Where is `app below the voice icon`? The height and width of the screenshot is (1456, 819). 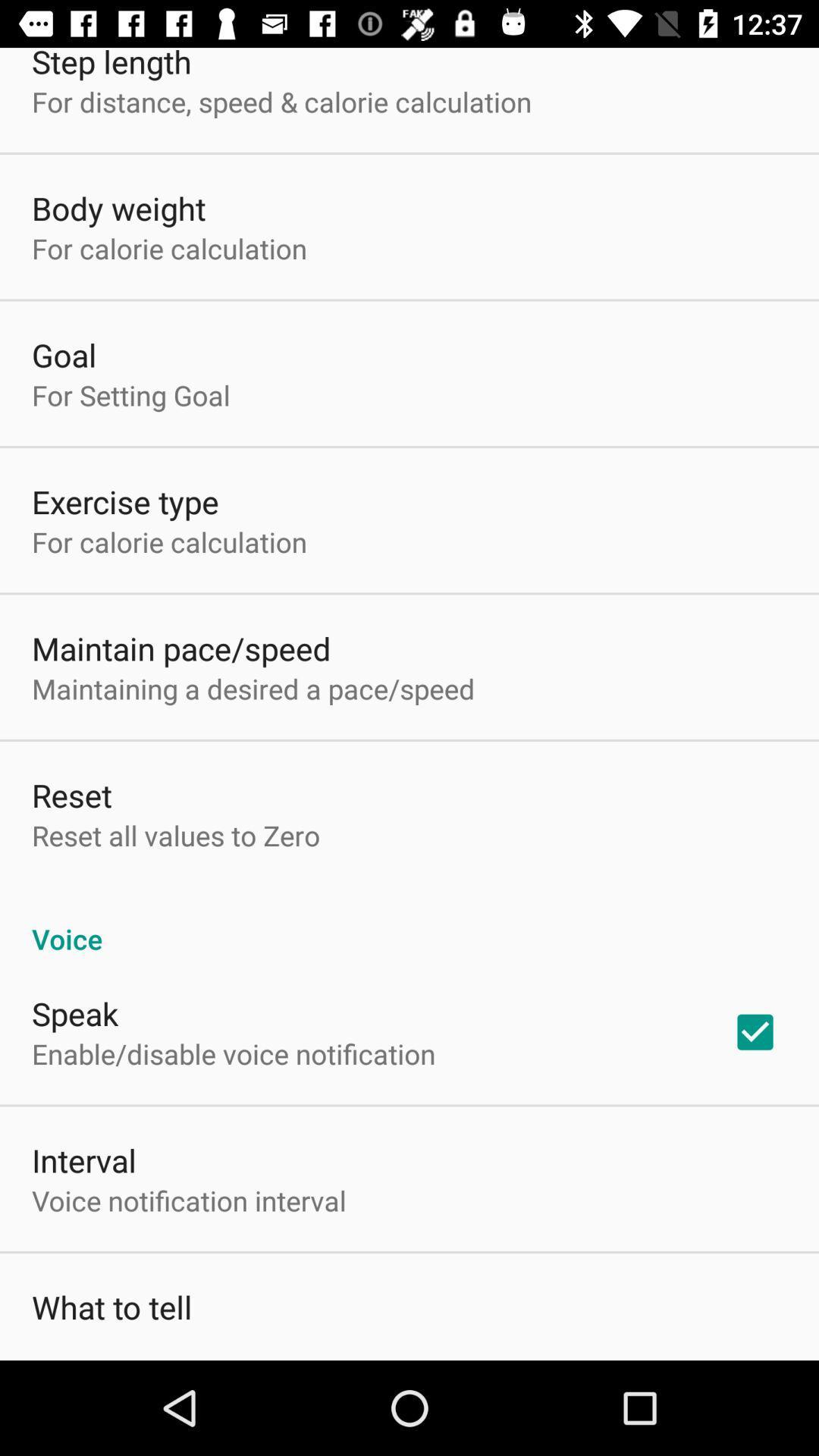 app below the voice icon is located at coordinates (755, 1031).